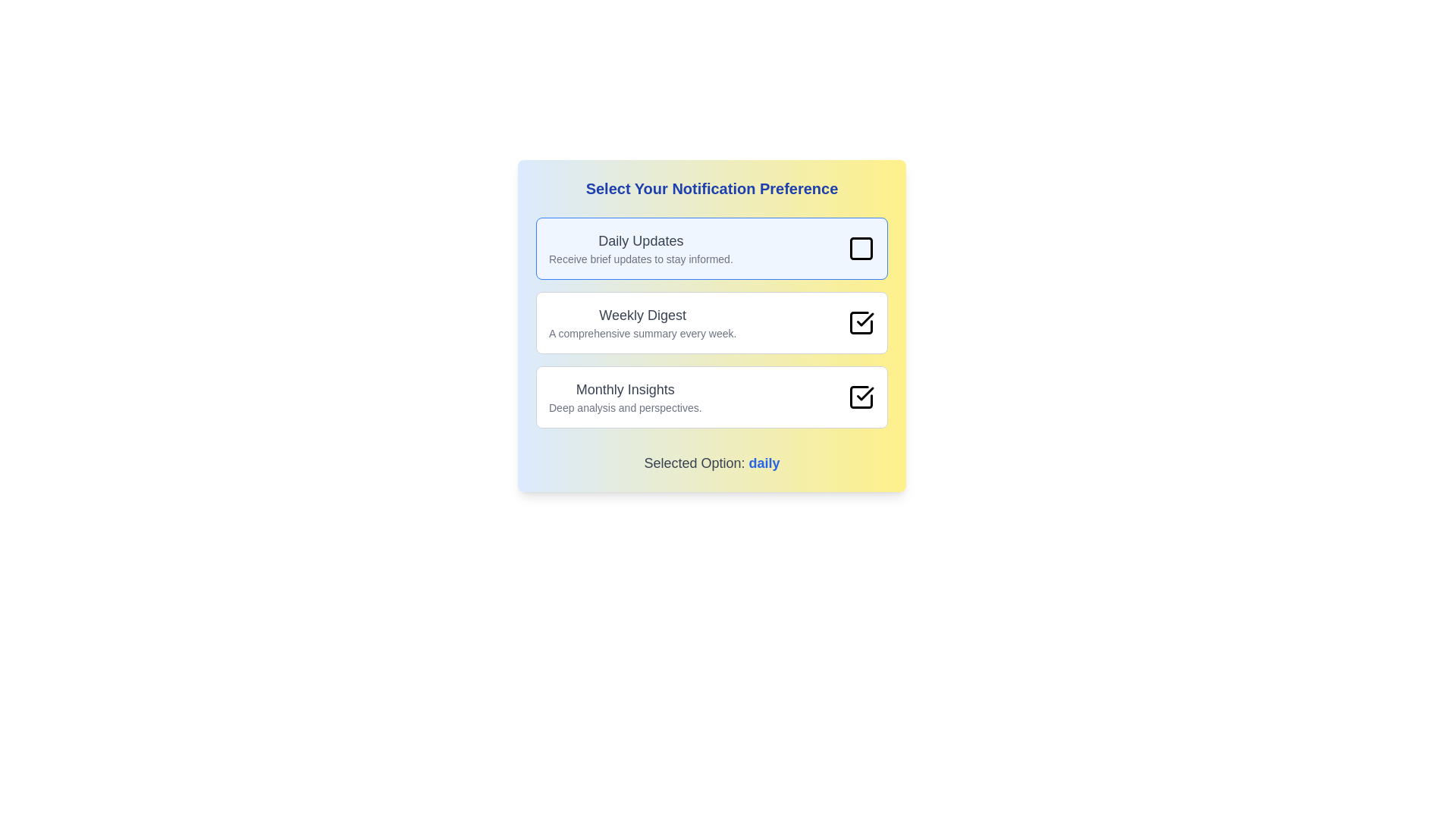 This screenshot has height=819, width=1456. I want to click on the checkbox for the 'Daily Updates' option, so click(861, 247).